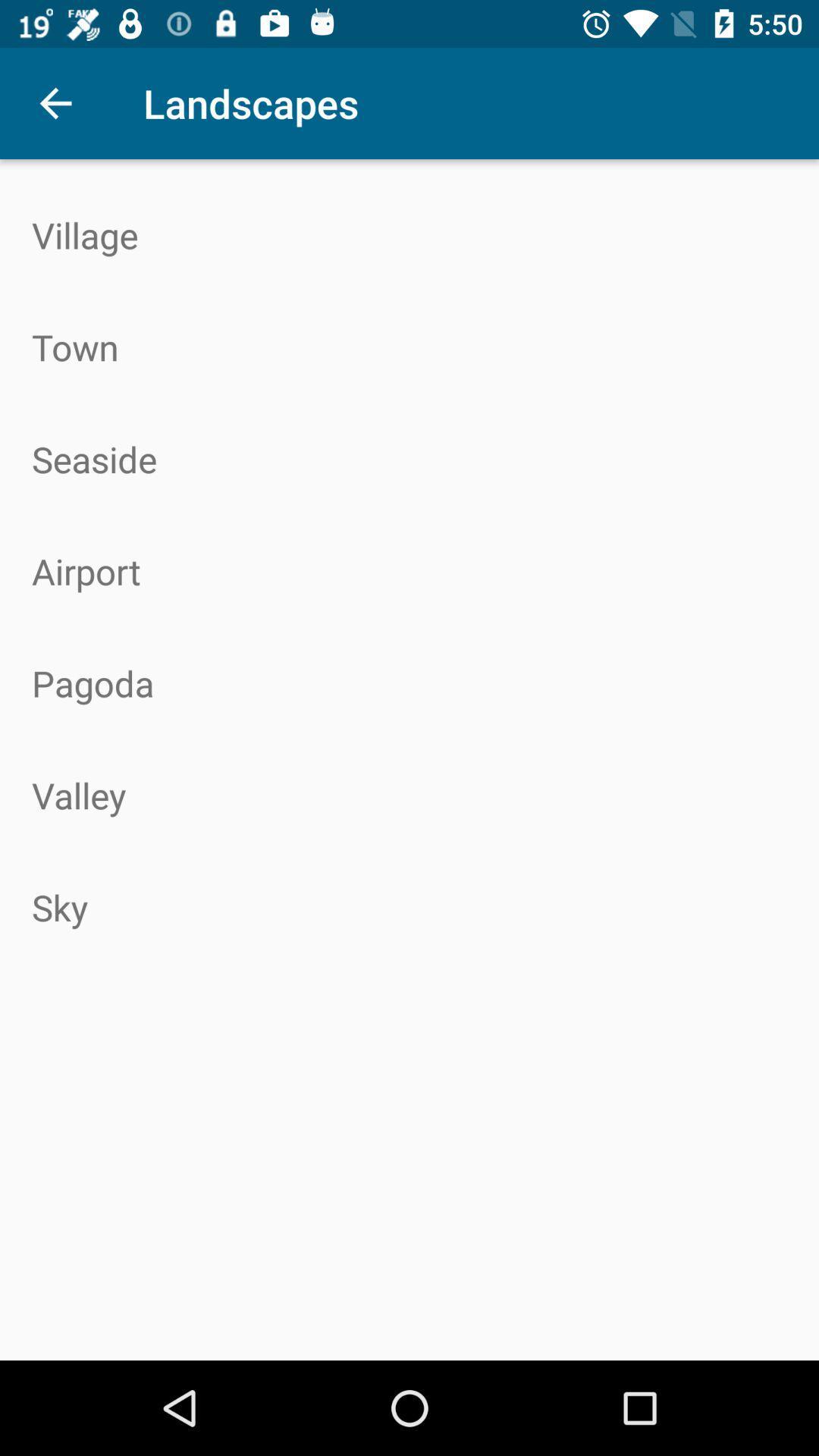  What do you see at coordinates (55, 102) in the screenshot?
I see `item to the left of the landscapes` at bounding box center [55, 102].